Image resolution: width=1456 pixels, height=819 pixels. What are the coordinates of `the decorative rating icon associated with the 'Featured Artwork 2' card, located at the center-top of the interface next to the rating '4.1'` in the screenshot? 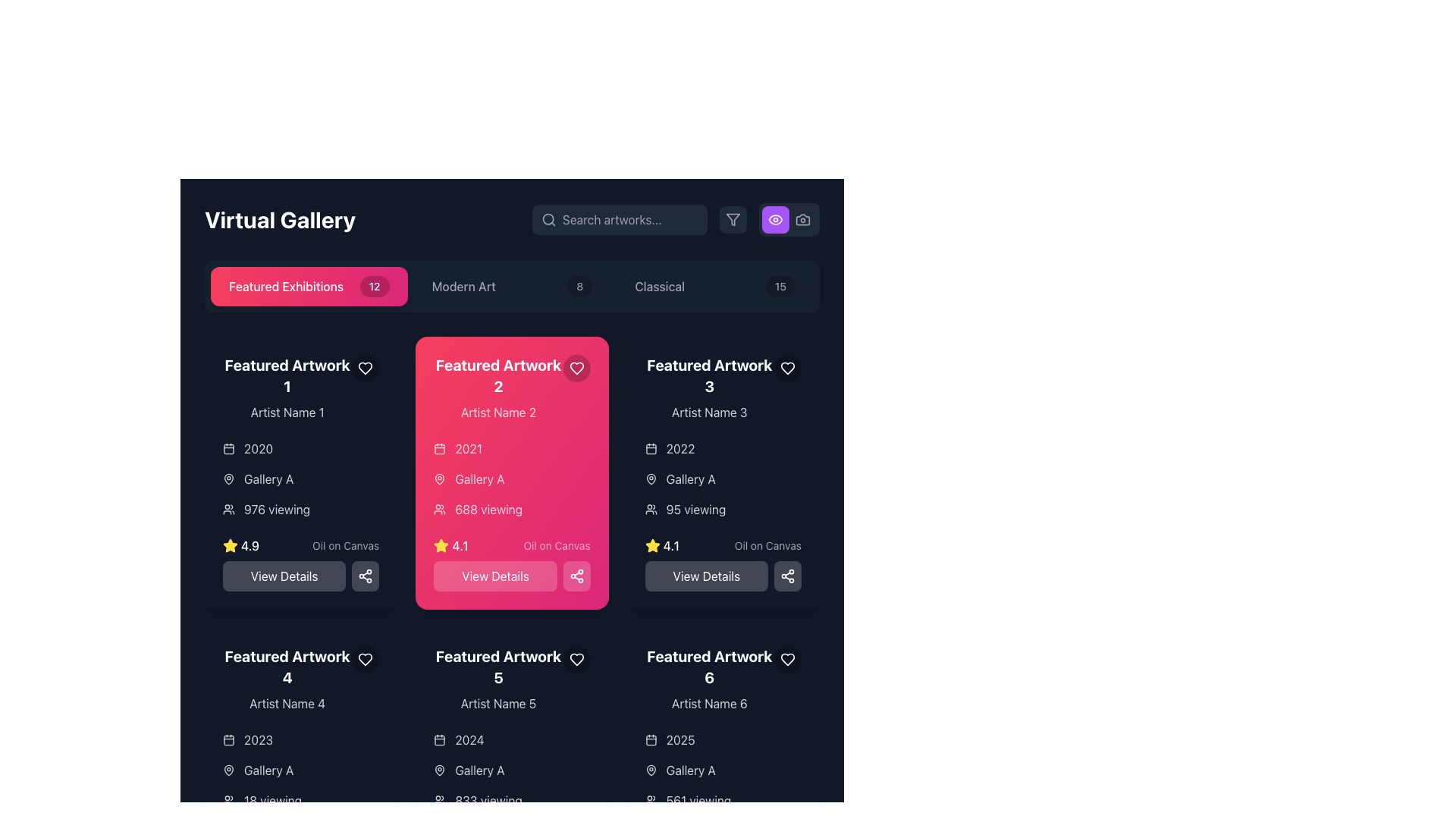 It's located at (229, 544).